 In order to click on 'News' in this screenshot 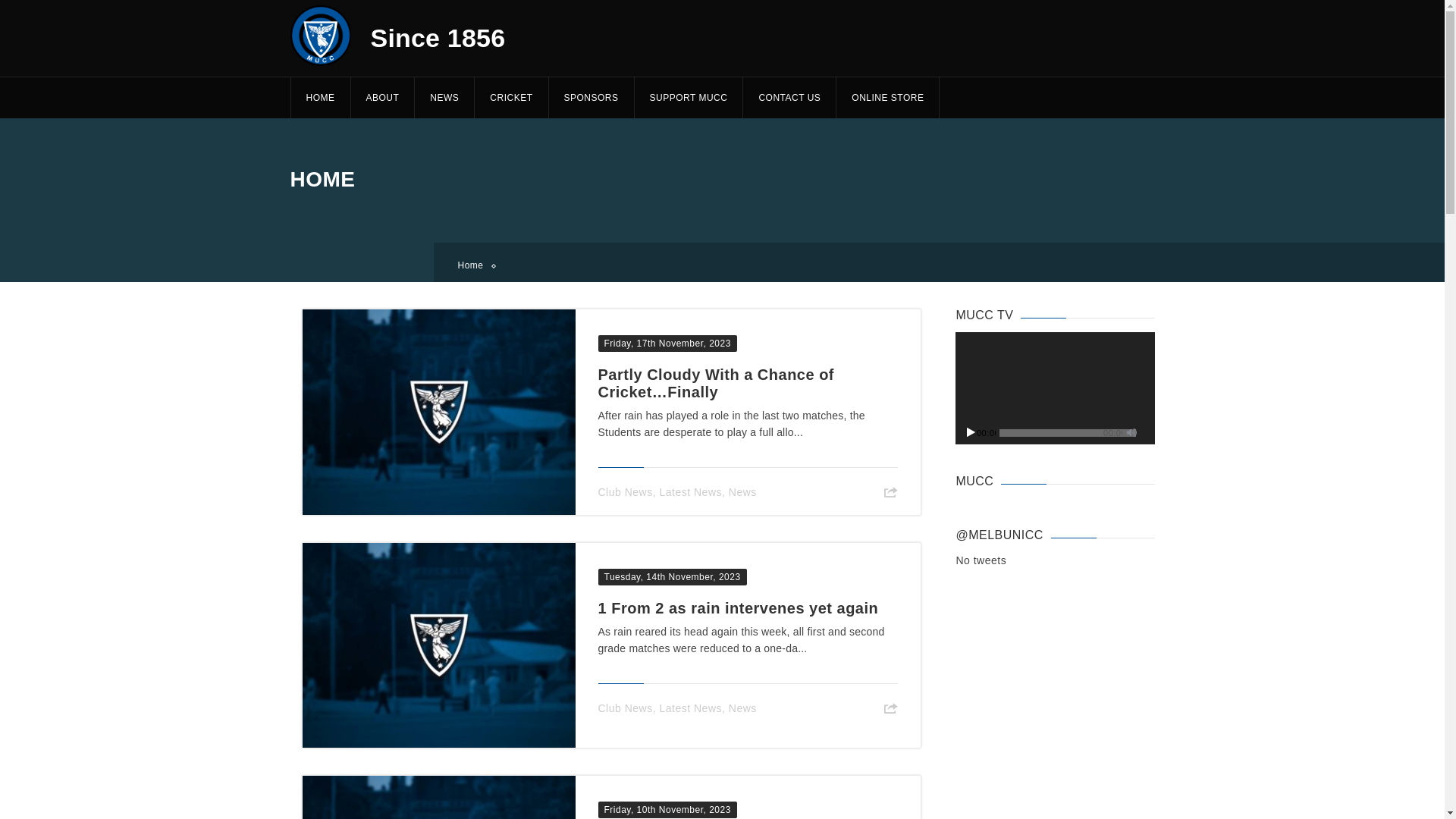, I will do `click(742, 708)`.